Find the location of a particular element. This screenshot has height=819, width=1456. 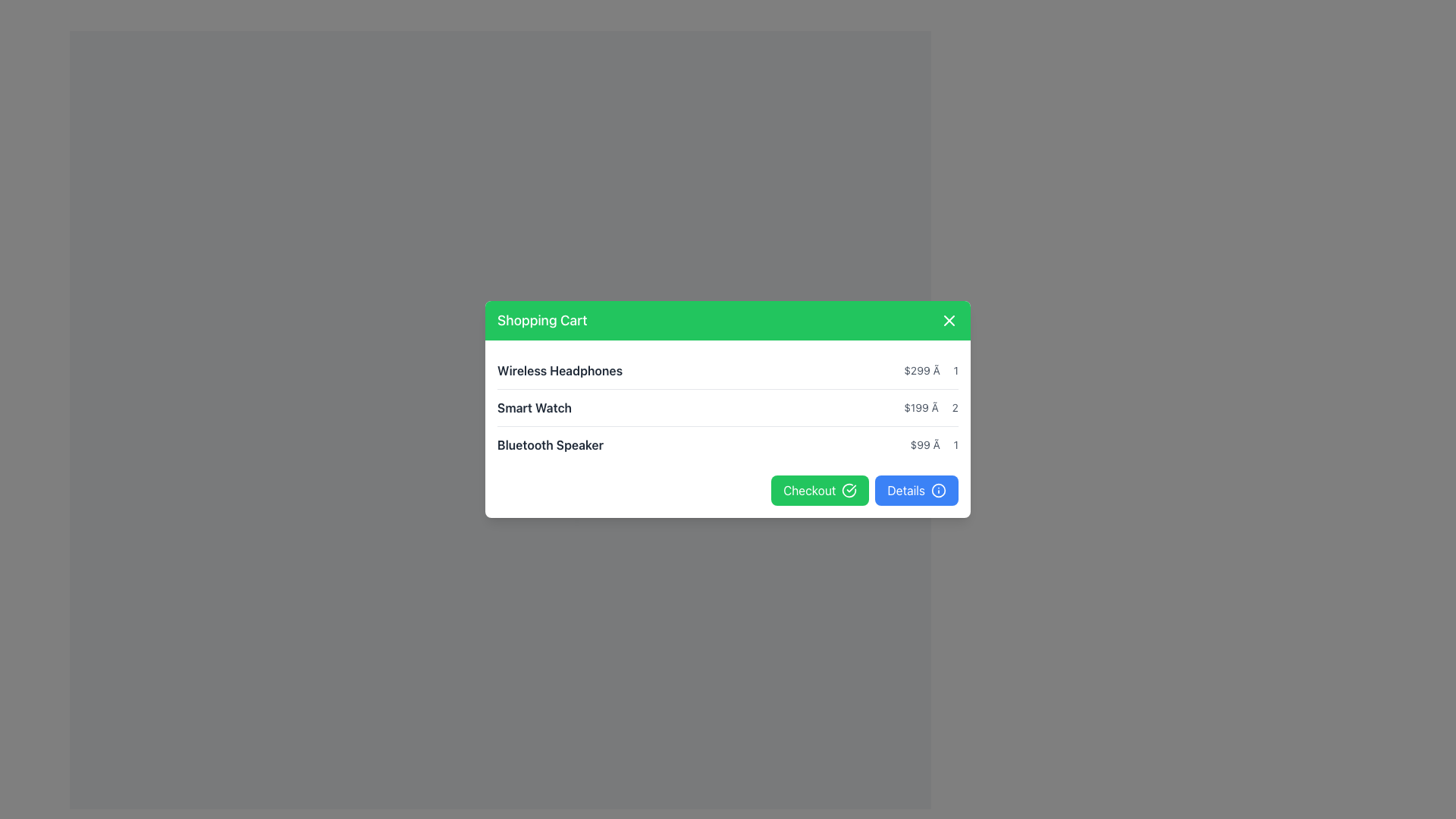

the innermost circular shape of the SVG graphic, which is part of an icon located to the right of the 'Details' button is located at coordinates (938, 491).